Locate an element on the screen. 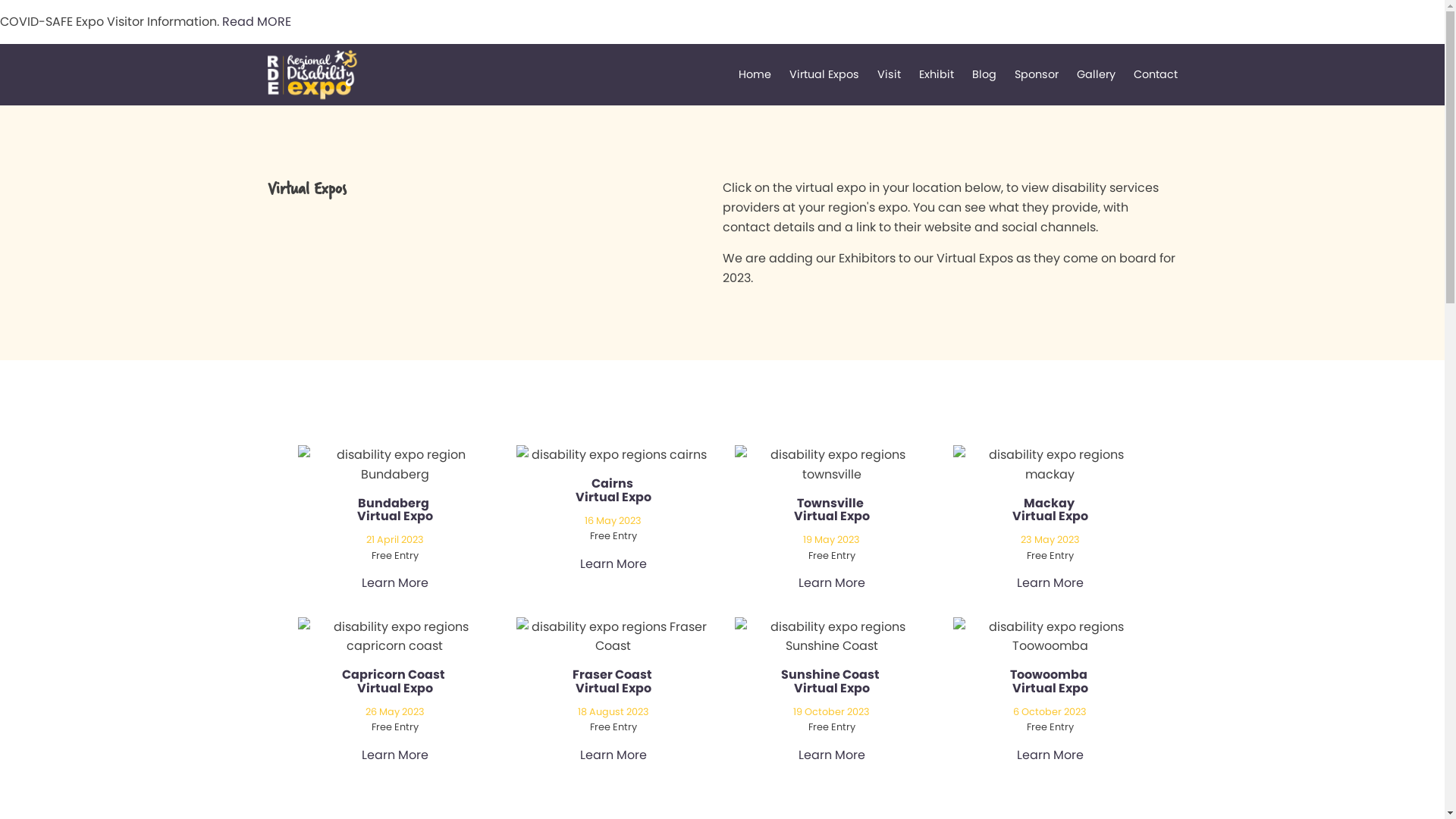 The height and width of the screenshot is (819, 1456). 'Sponsor' is located at coordinates (1036, 74).